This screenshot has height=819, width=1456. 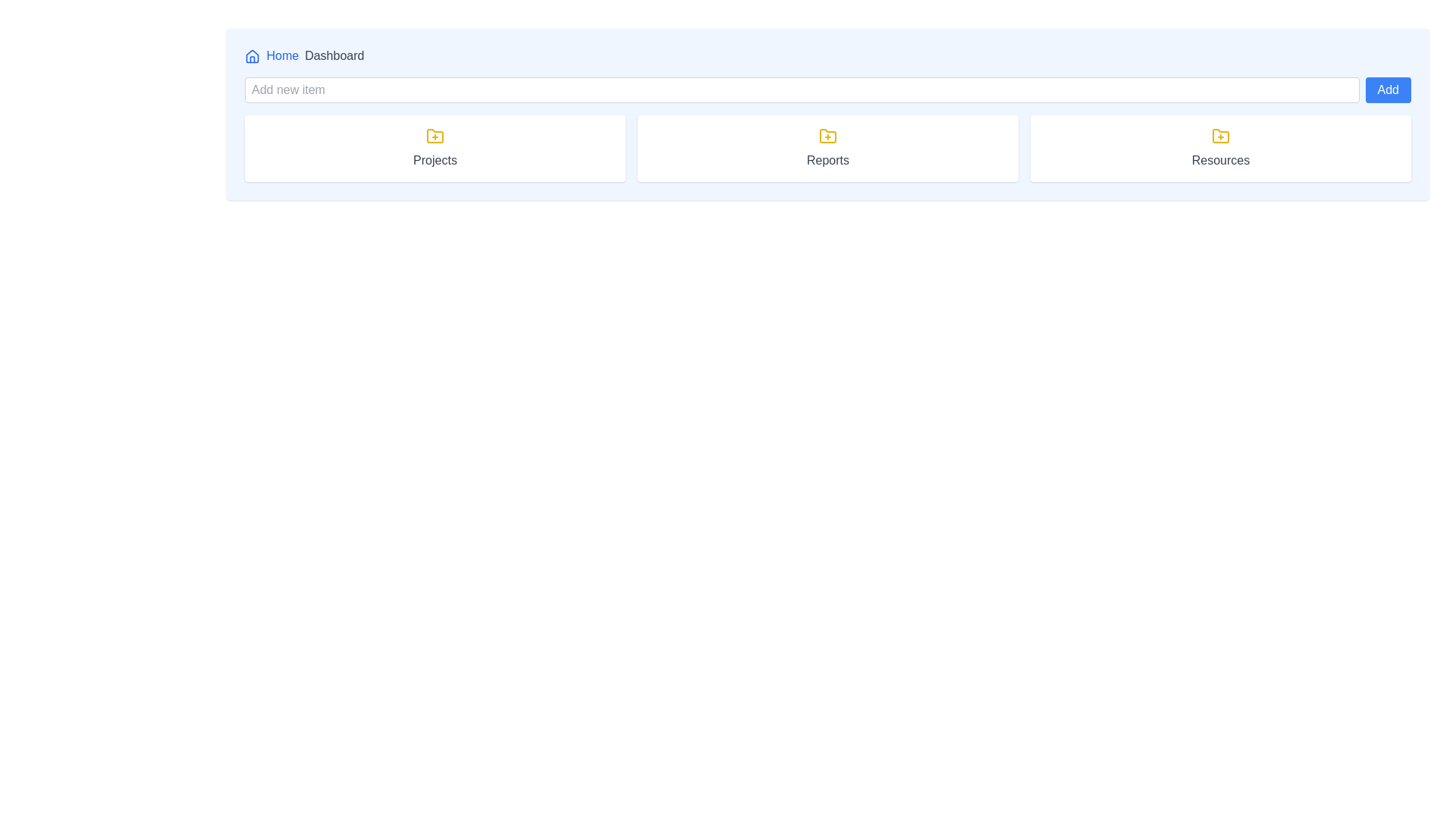 I want to click on the yellow folder icon, which is the leftmost icon in the horizontal layout labeled 'Projects,', so click(x=435, y=135).